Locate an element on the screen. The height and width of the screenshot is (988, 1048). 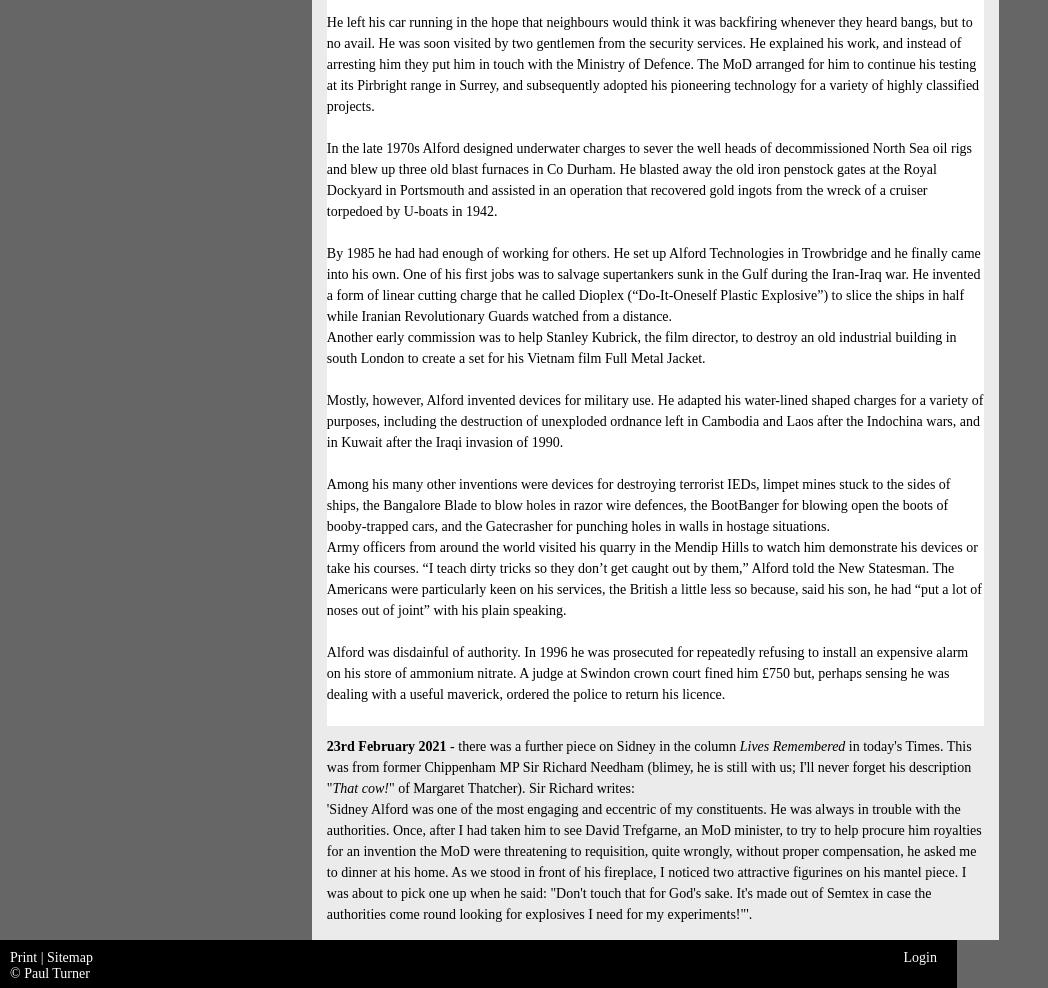
'underwater charges to sever the well heads of decommissioned North Sea oil rigs and blew up three old blast furnaces in Co Durham. He
blasted away the old iron penstock gates at the Royal Dockyard in Portsmouth and assisted in an operation that recovered gold ingots from the wreck of a cruiser torpedoed by U-boats in
1942.' is located at coordinates (647, 179).